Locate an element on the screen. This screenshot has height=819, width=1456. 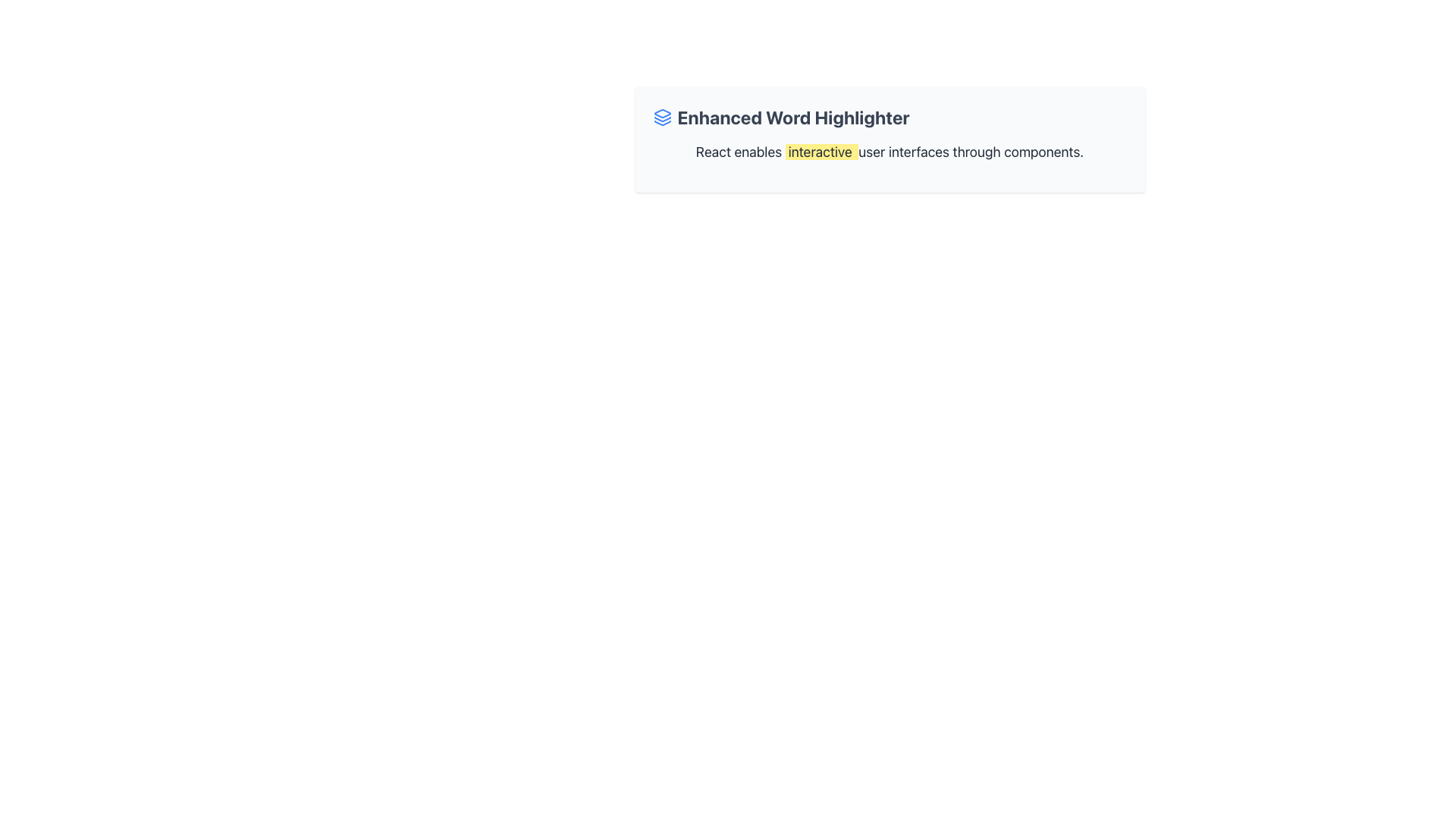
the text element that is located between the words 'interfaces' and 'components' in the sentence 'React enables interactive user interfaces through components.' is located at coordinates (978, 152).